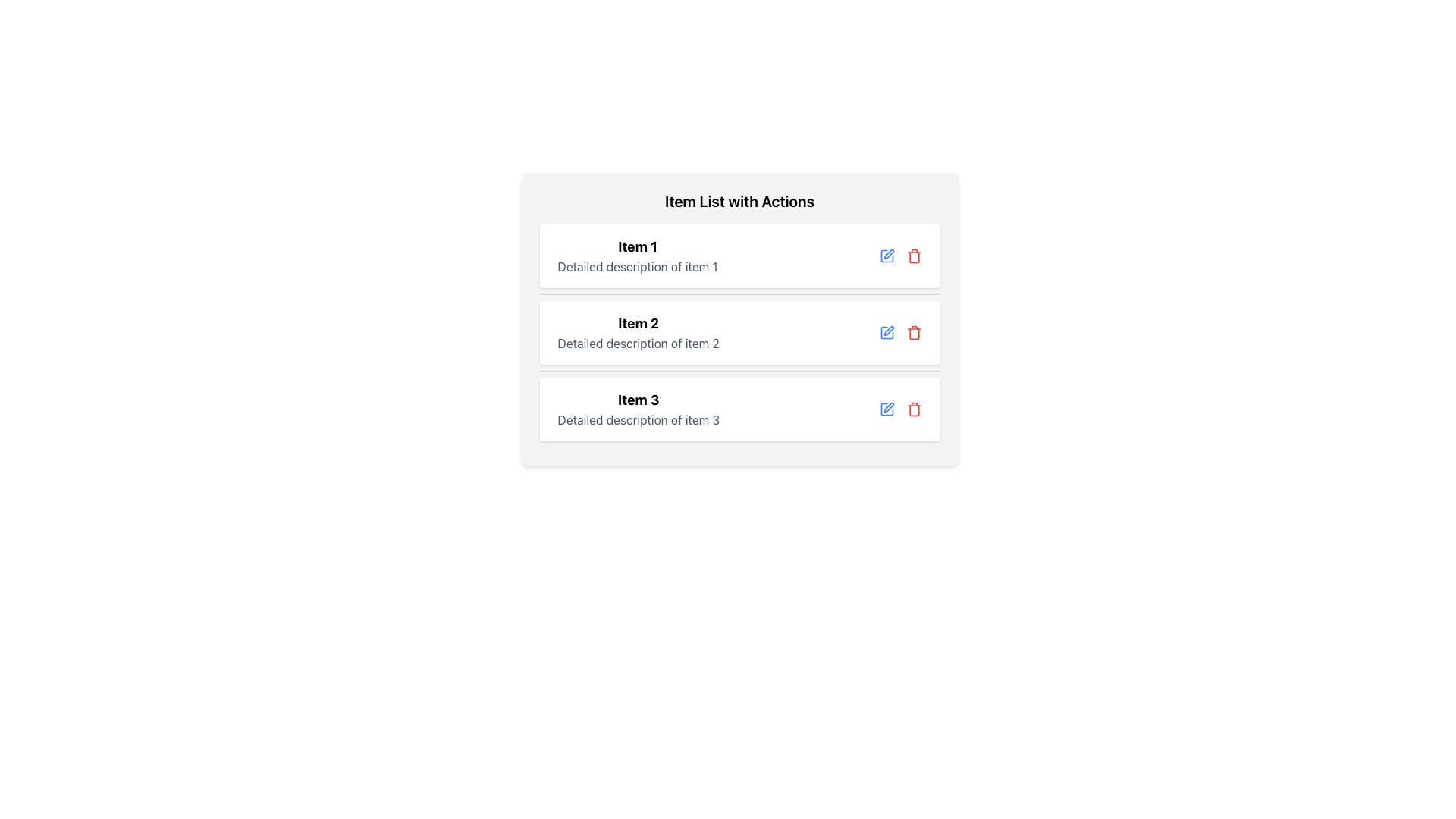 The height and width of the screenshot is (819, 1456). I want to click on the edit button for the 'Item 3' row, so click(886, 409).